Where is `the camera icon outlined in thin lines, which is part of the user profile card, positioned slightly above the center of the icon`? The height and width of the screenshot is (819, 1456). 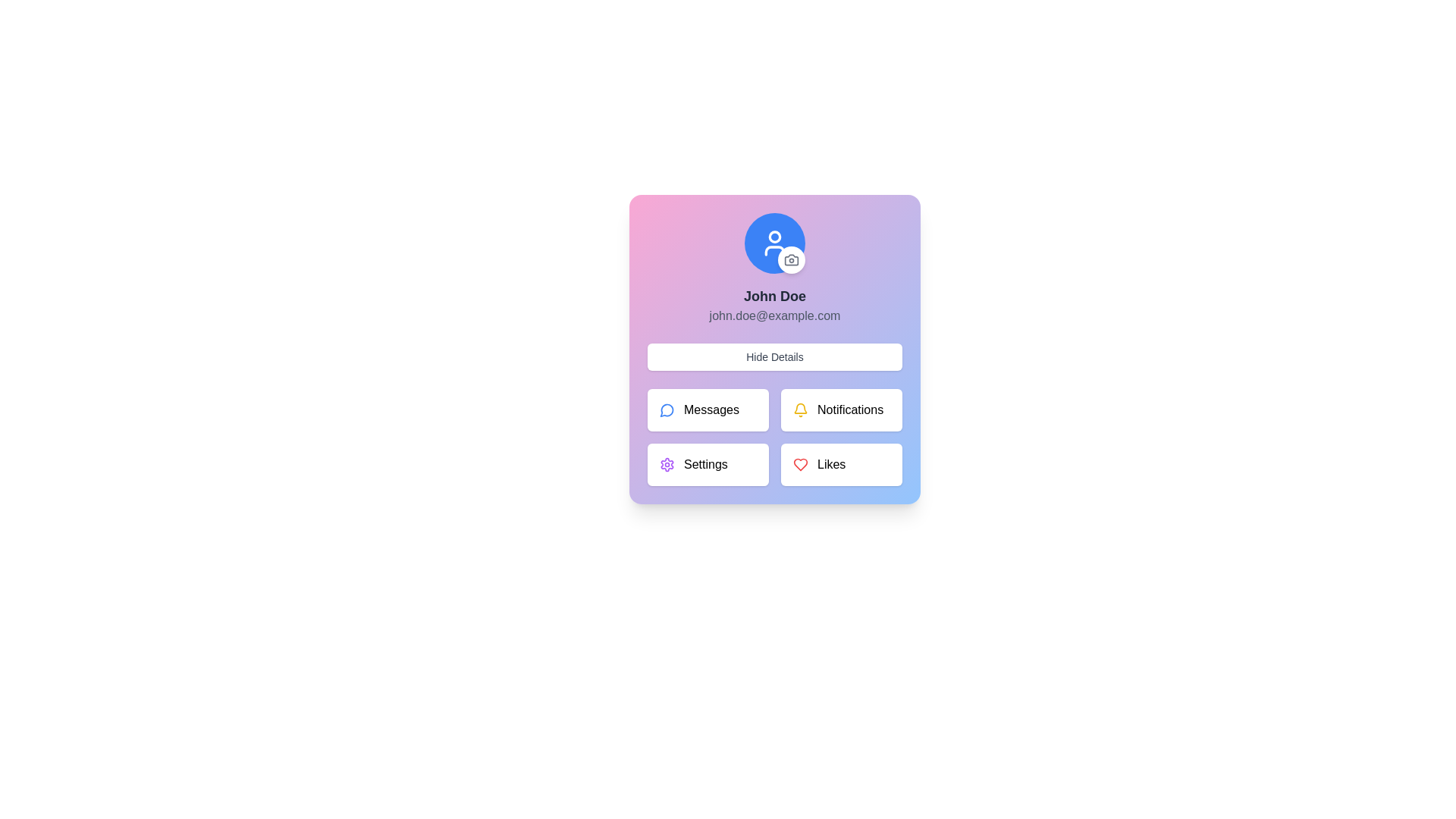
the camera icon outlined in thin lines, which is part of the user profile card, positioned slightly above the center of the icon is located at coordinates (790, 259).